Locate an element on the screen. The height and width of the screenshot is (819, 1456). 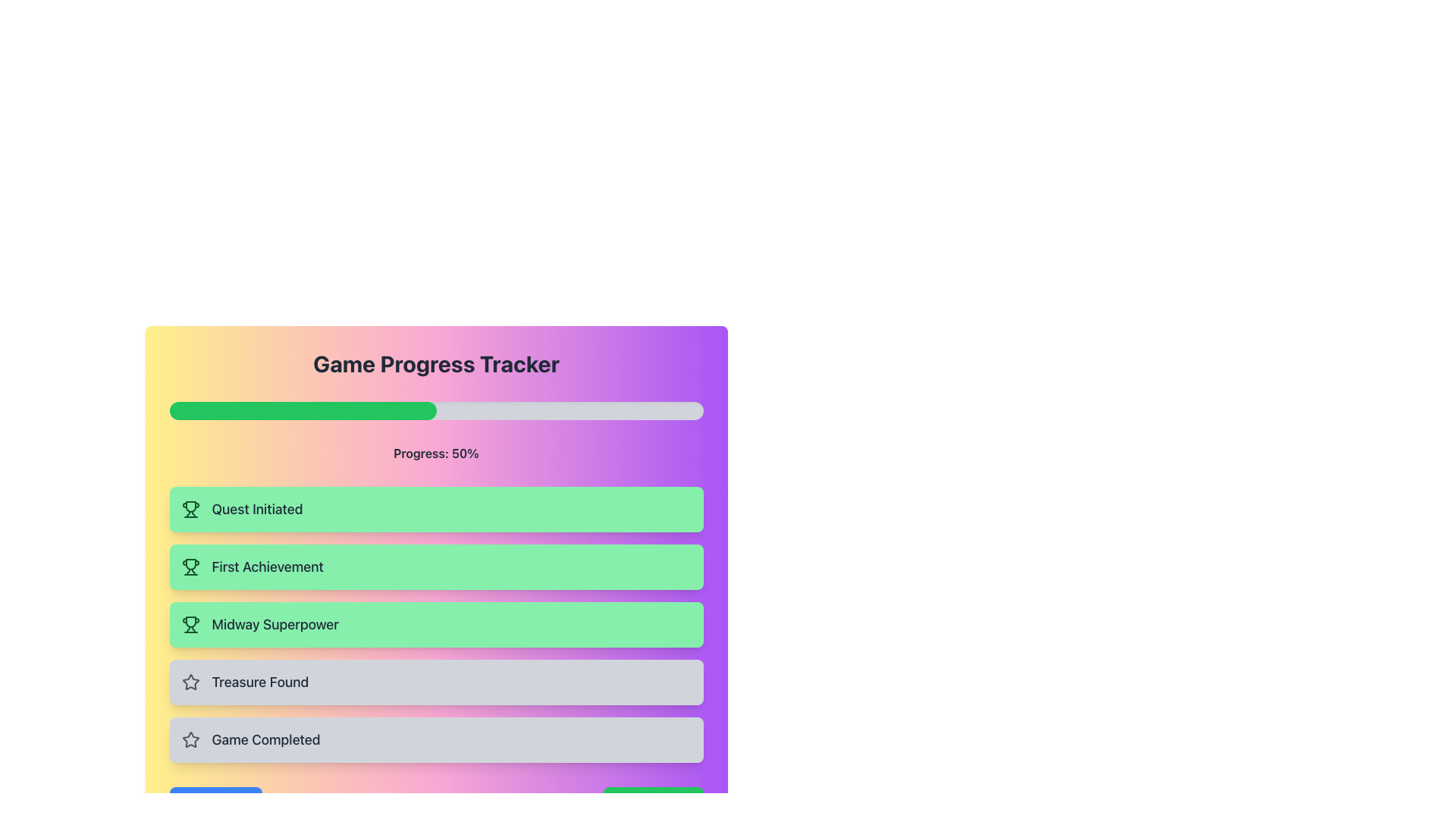
the trophy icon located in the 'First Achievement' card within the 'Game Progress Tracker' interface is located at coordinates (190, 567).